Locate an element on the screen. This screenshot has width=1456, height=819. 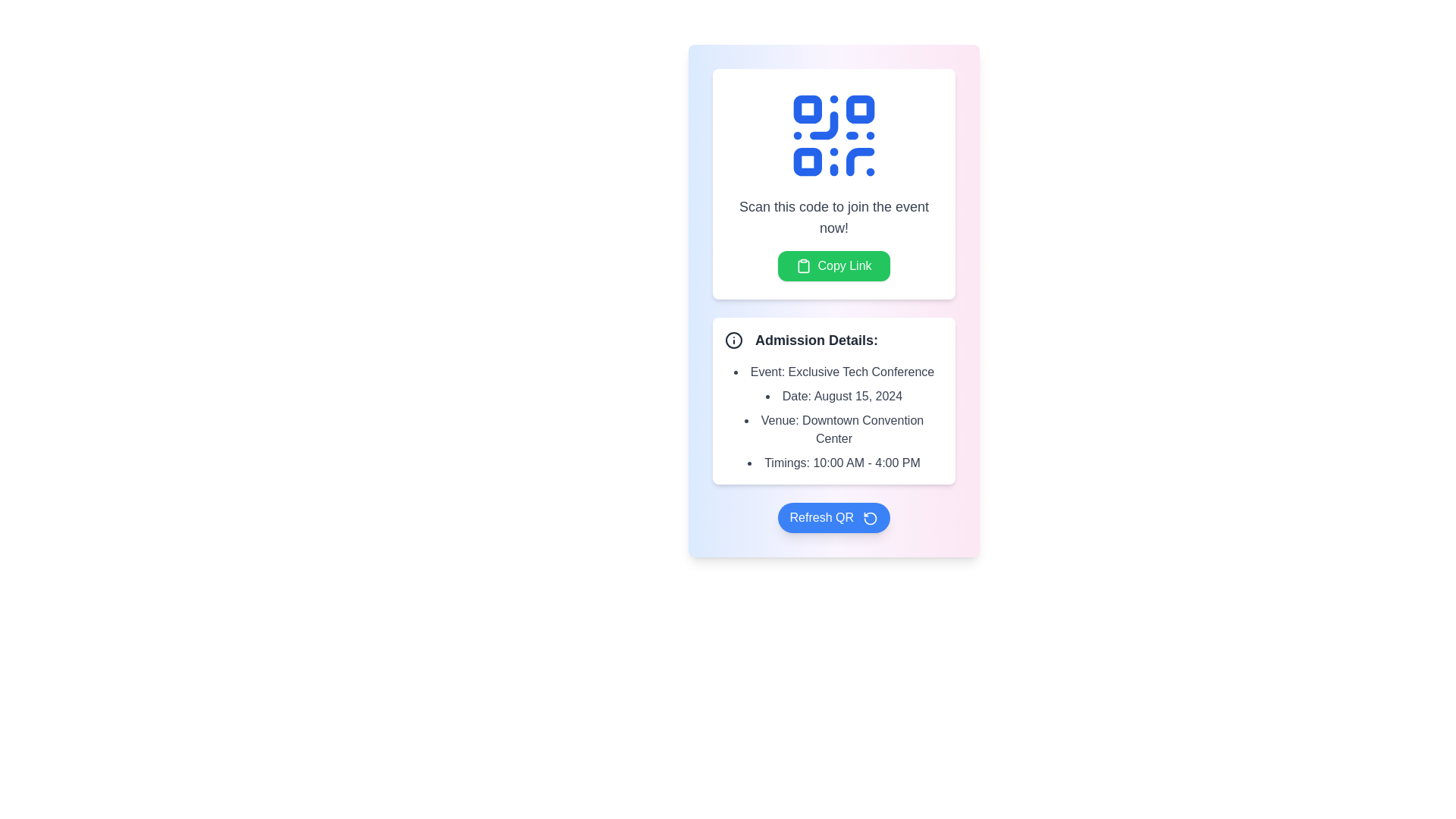
the text label that displays event timing information, located at the bottom-right quadrant of the interface under 'Admission Details' is located at coordinates (833, 462).